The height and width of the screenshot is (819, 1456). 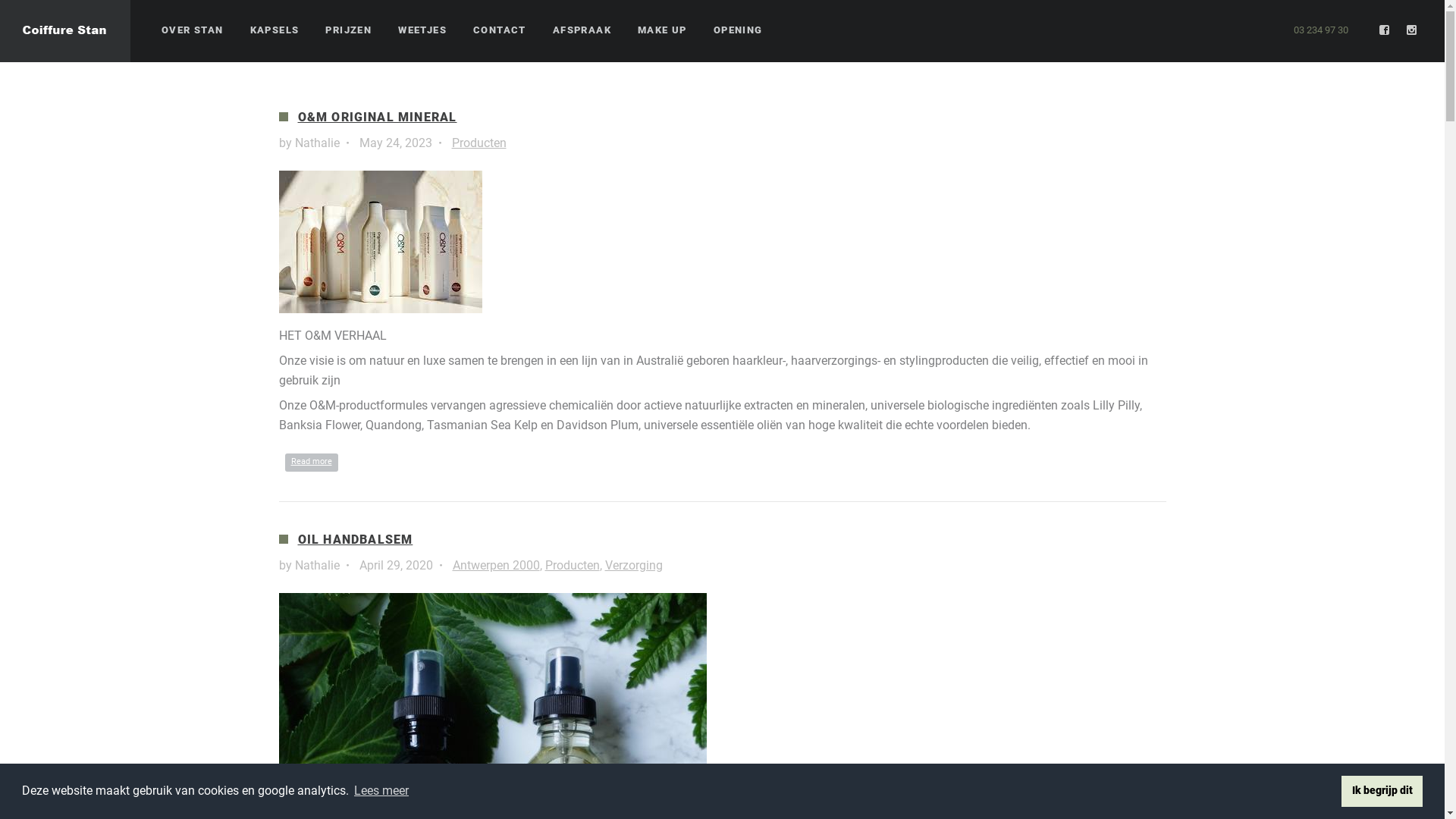 I want to click on 'Read more, so click(x=311, y=461).